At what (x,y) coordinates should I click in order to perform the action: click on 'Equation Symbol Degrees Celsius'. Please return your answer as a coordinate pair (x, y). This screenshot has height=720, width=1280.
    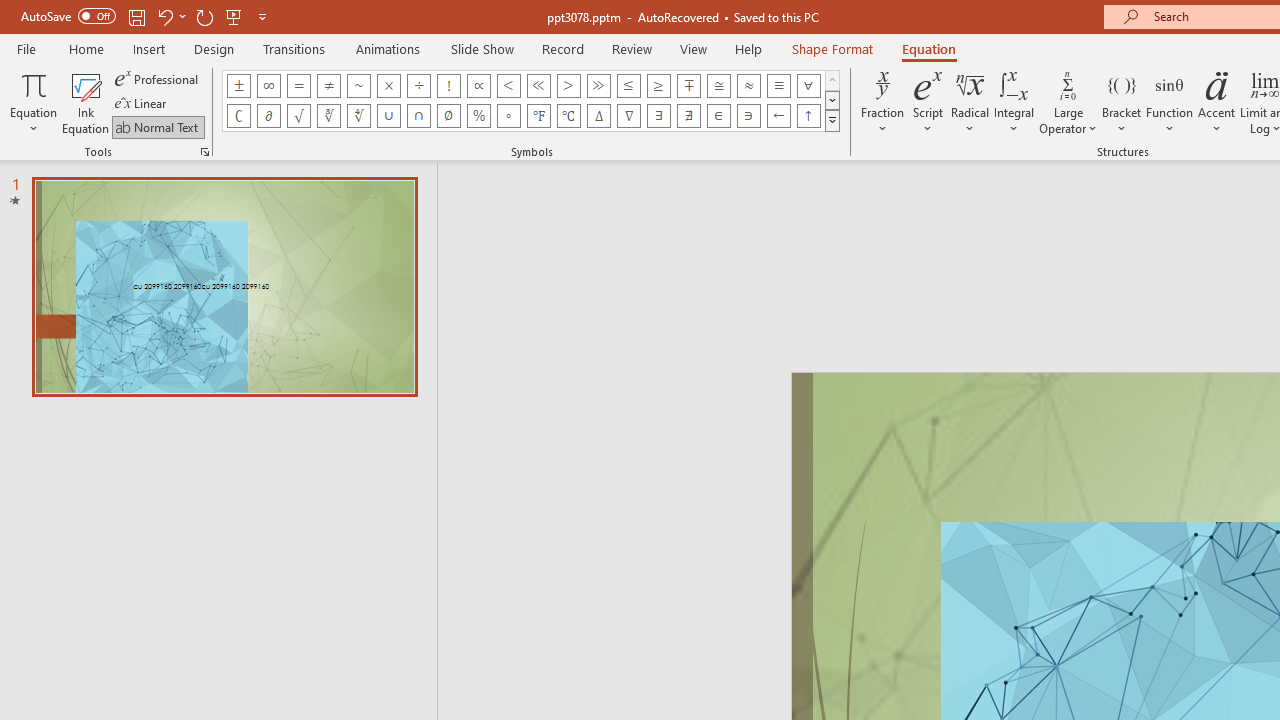
    Looking at the image, I should click on (567, 115).